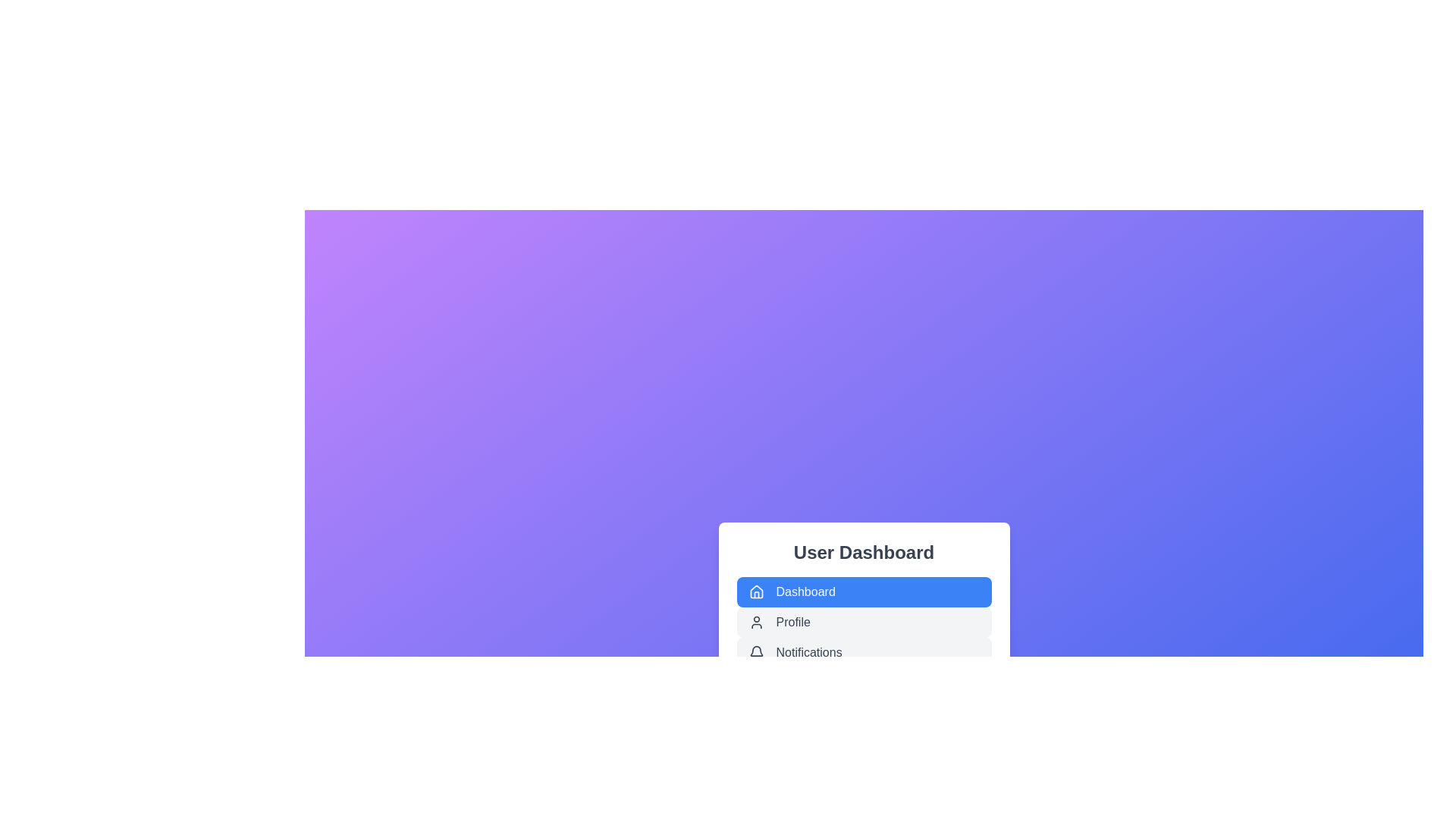 The width and height of the screenshot is (1456, 819). What do you see at coordinates (864, 651) in the screenshot?
I see `the third button in the navigation menu, located between the 'Profile' and 'Settings' buttons` at bounding box center [864, 651].